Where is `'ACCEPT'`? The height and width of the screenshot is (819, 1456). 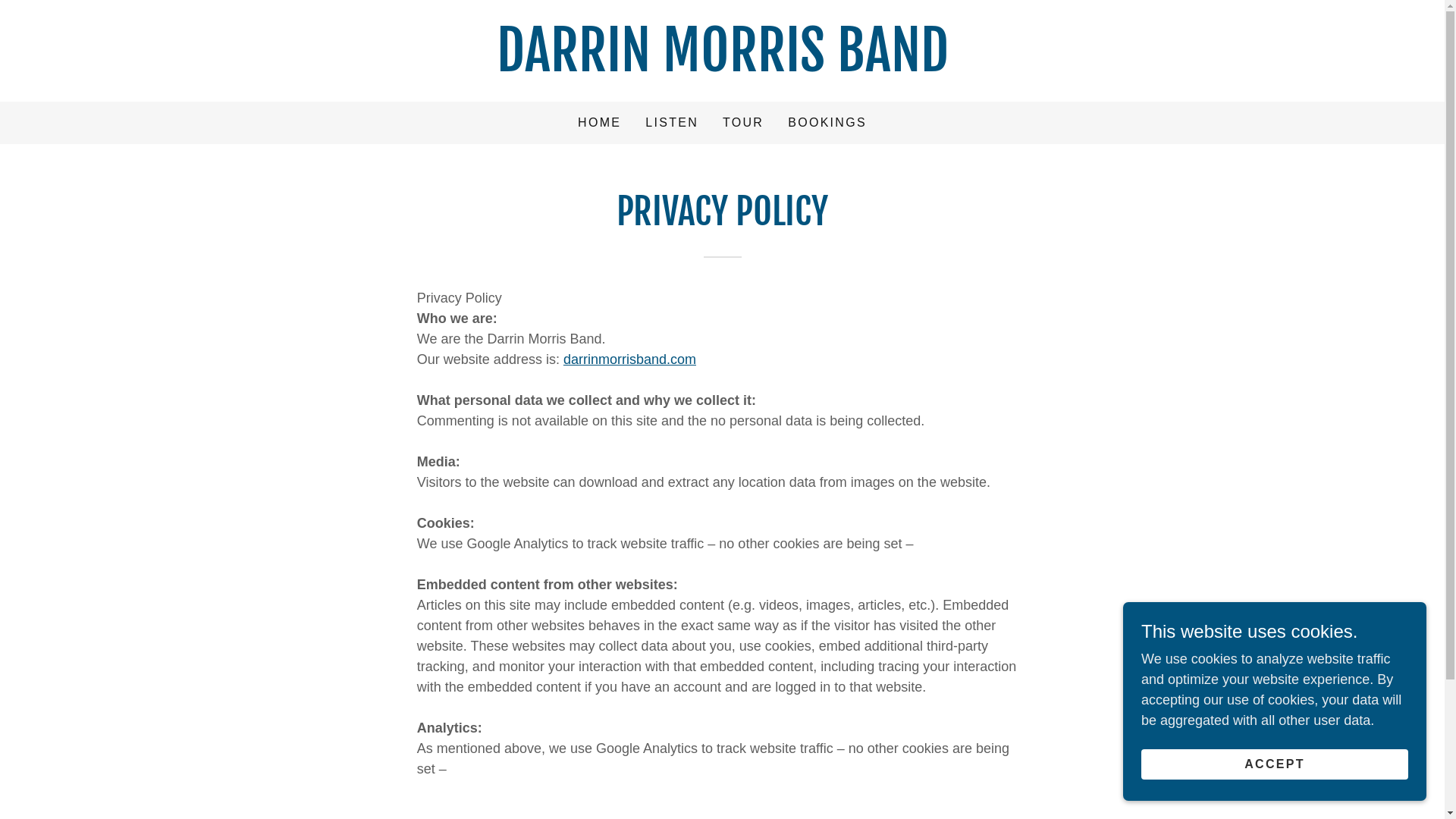 'ACCEPT' is located at coordinates (1274, 764).